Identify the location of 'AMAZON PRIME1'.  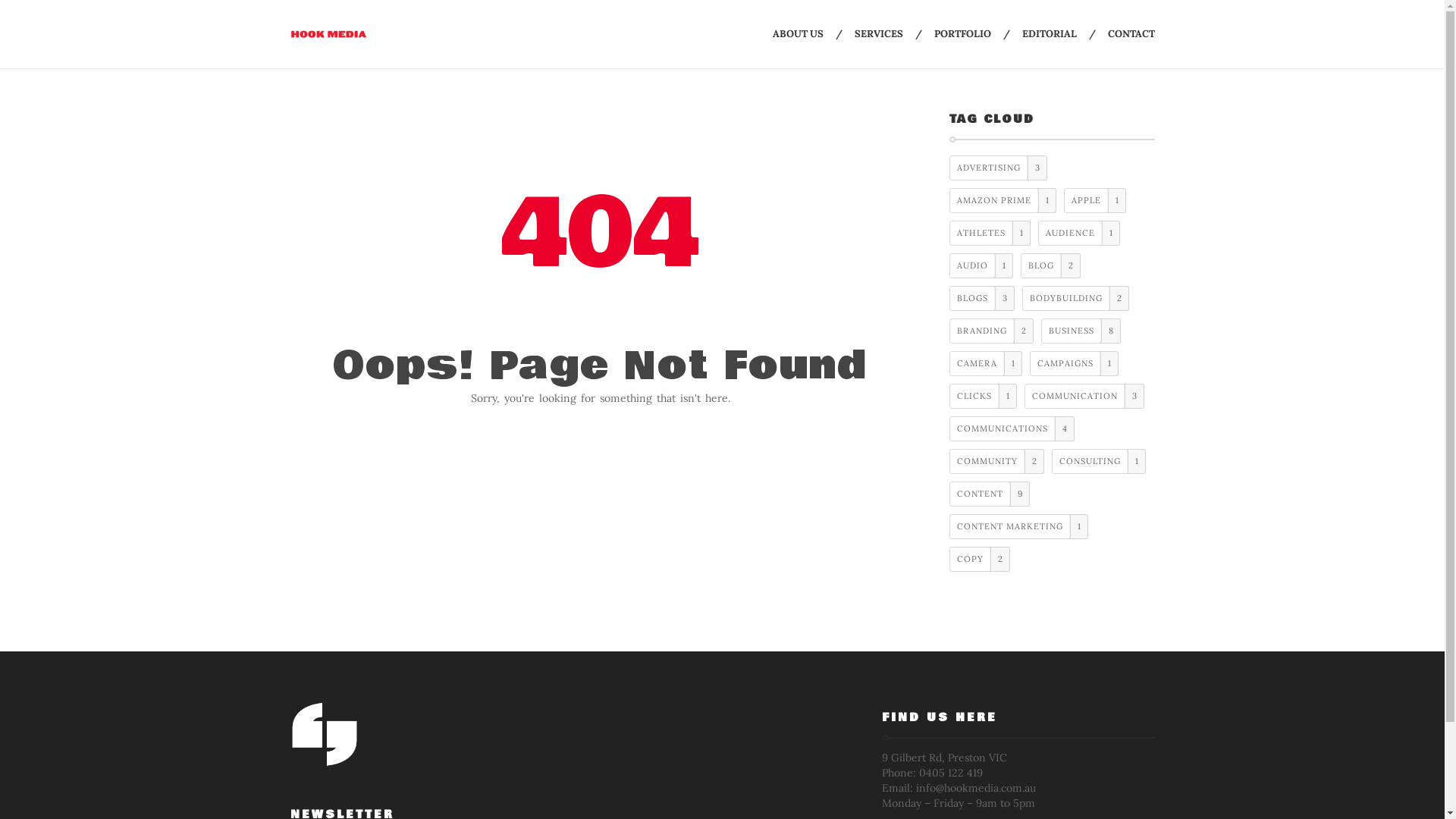
(1003, 199).